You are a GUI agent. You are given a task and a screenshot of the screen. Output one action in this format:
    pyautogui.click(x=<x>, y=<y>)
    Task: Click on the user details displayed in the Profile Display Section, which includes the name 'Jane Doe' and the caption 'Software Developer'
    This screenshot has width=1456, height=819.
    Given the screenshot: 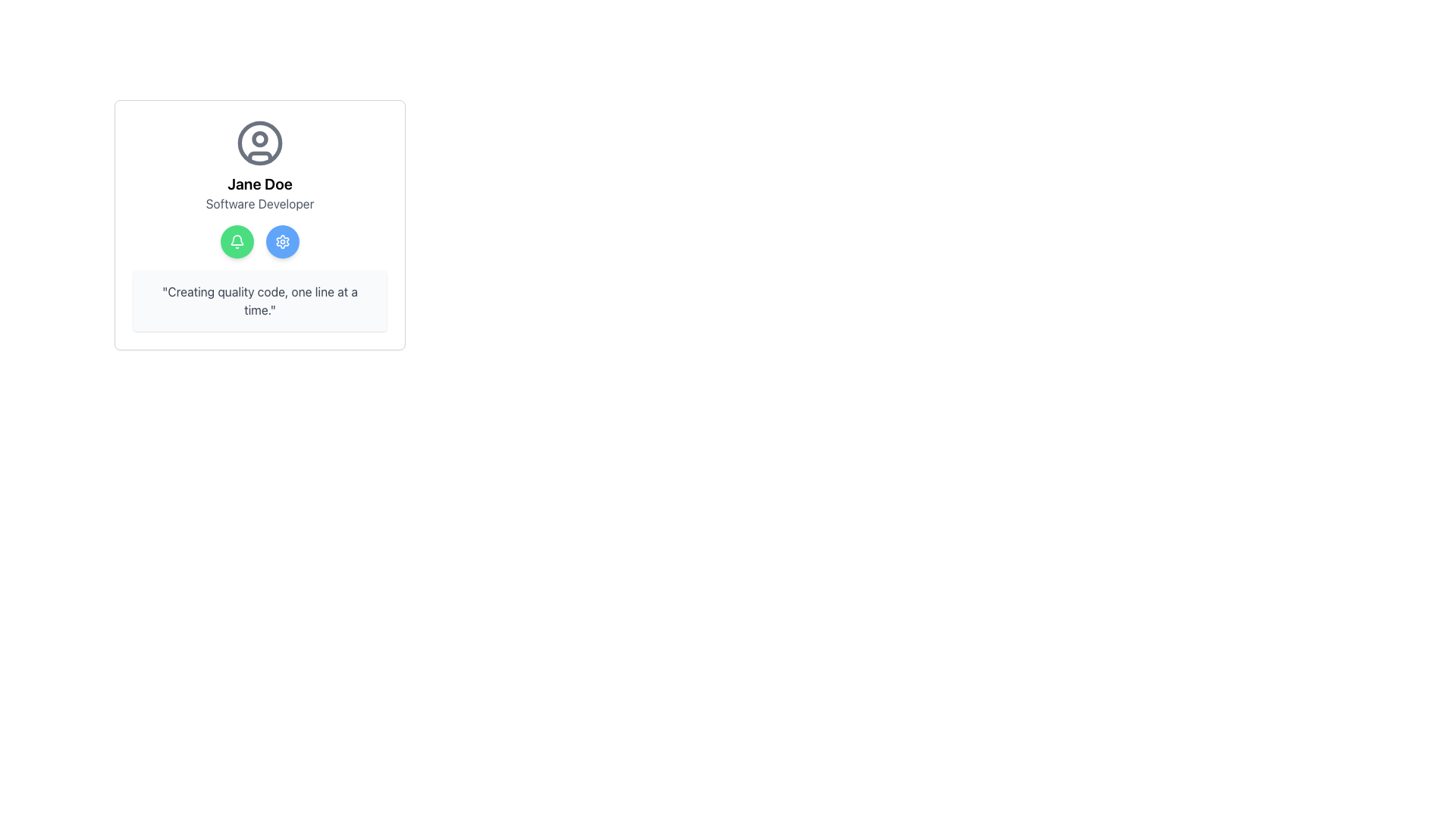 What is the action you would take?
    pyautogui.click(x=259, y=166)
    